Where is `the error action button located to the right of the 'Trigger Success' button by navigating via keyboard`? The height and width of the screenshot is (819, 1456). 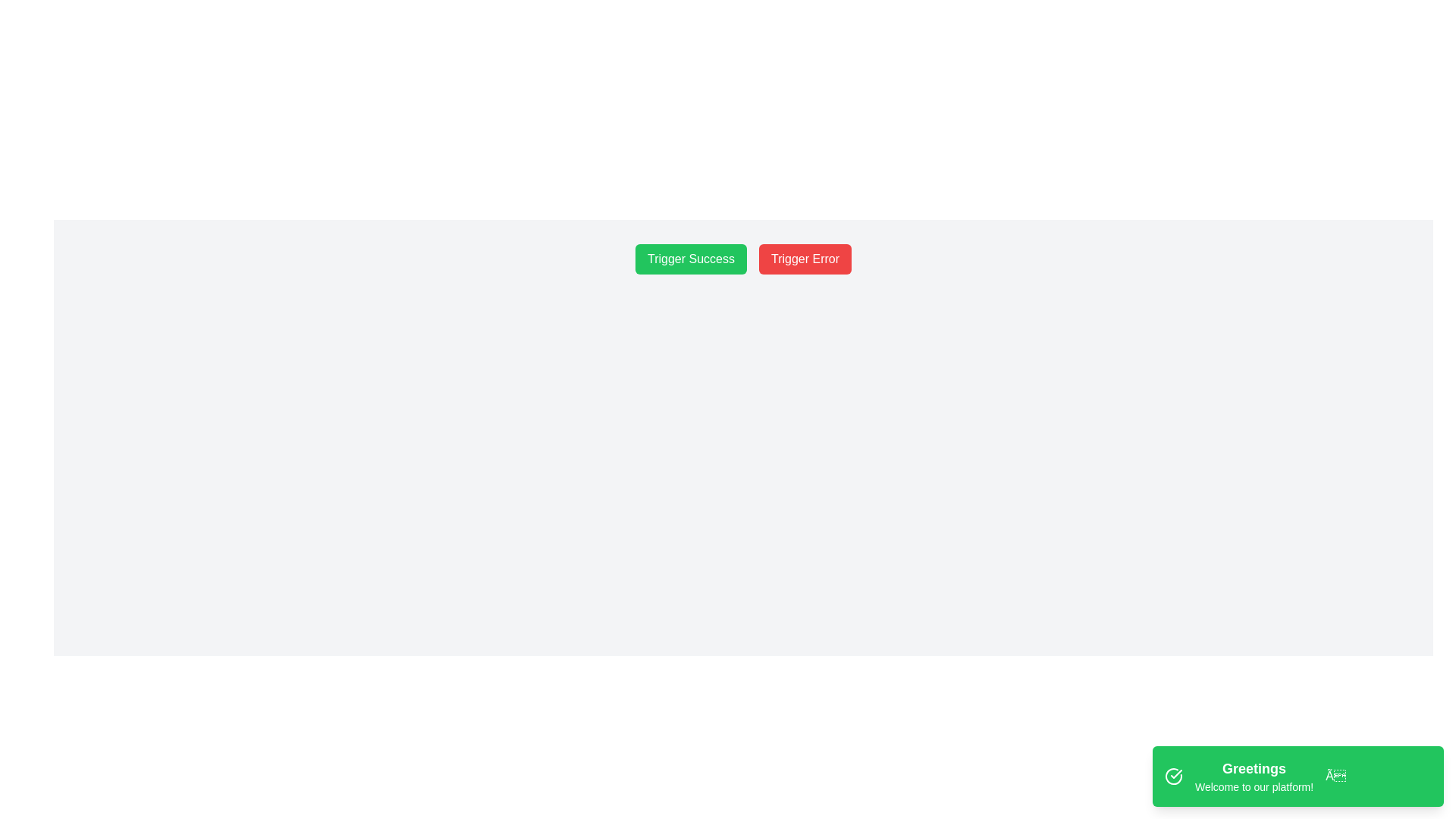
the error action button located to the right of the 'Trigger Success' button by navigating via keyboard is located at coordinates (804, 259).